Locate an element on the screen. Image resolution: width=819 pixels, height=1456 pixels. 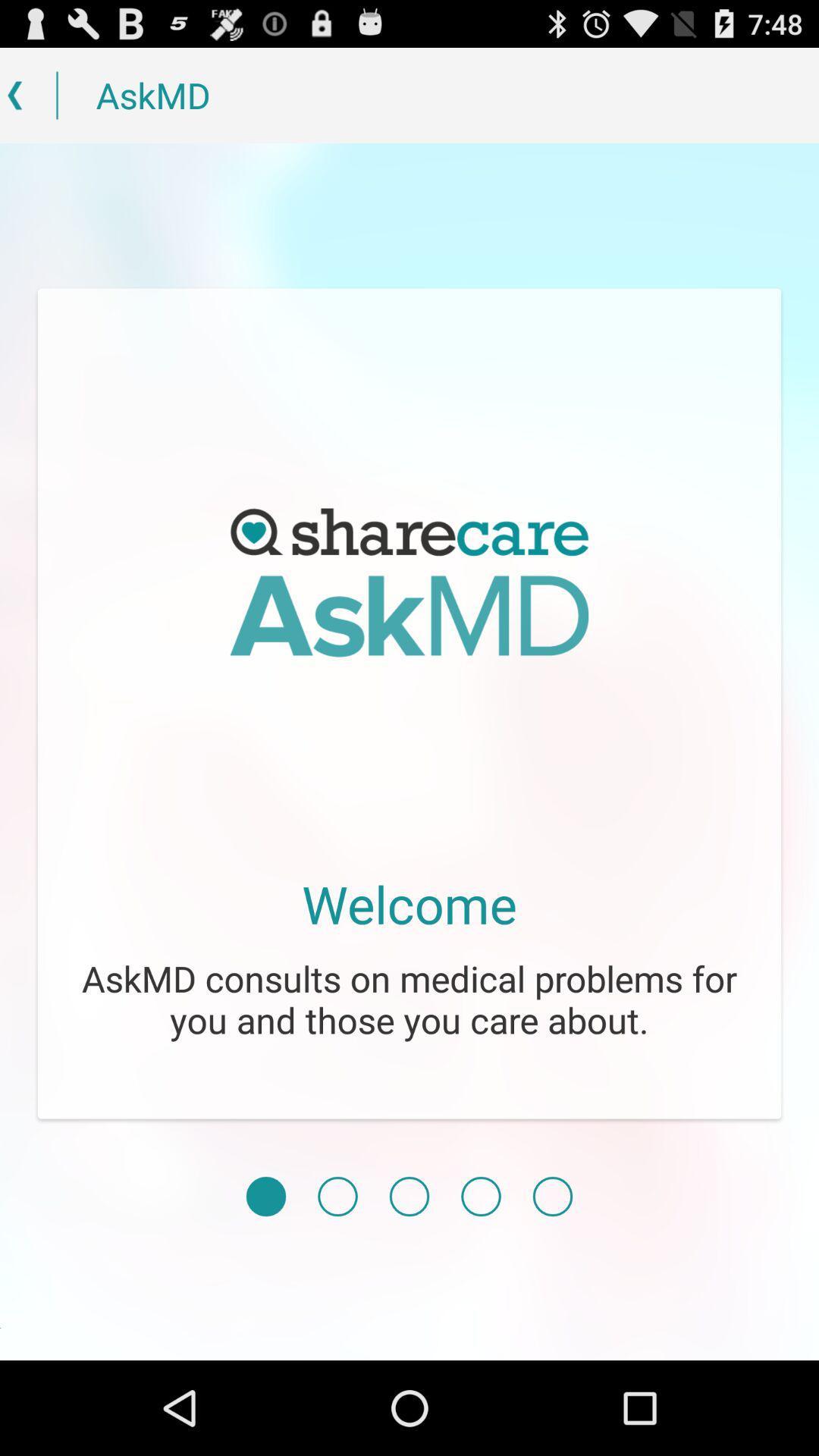
icon below the askmd consults on icon is located at coordinates (409, 1196).